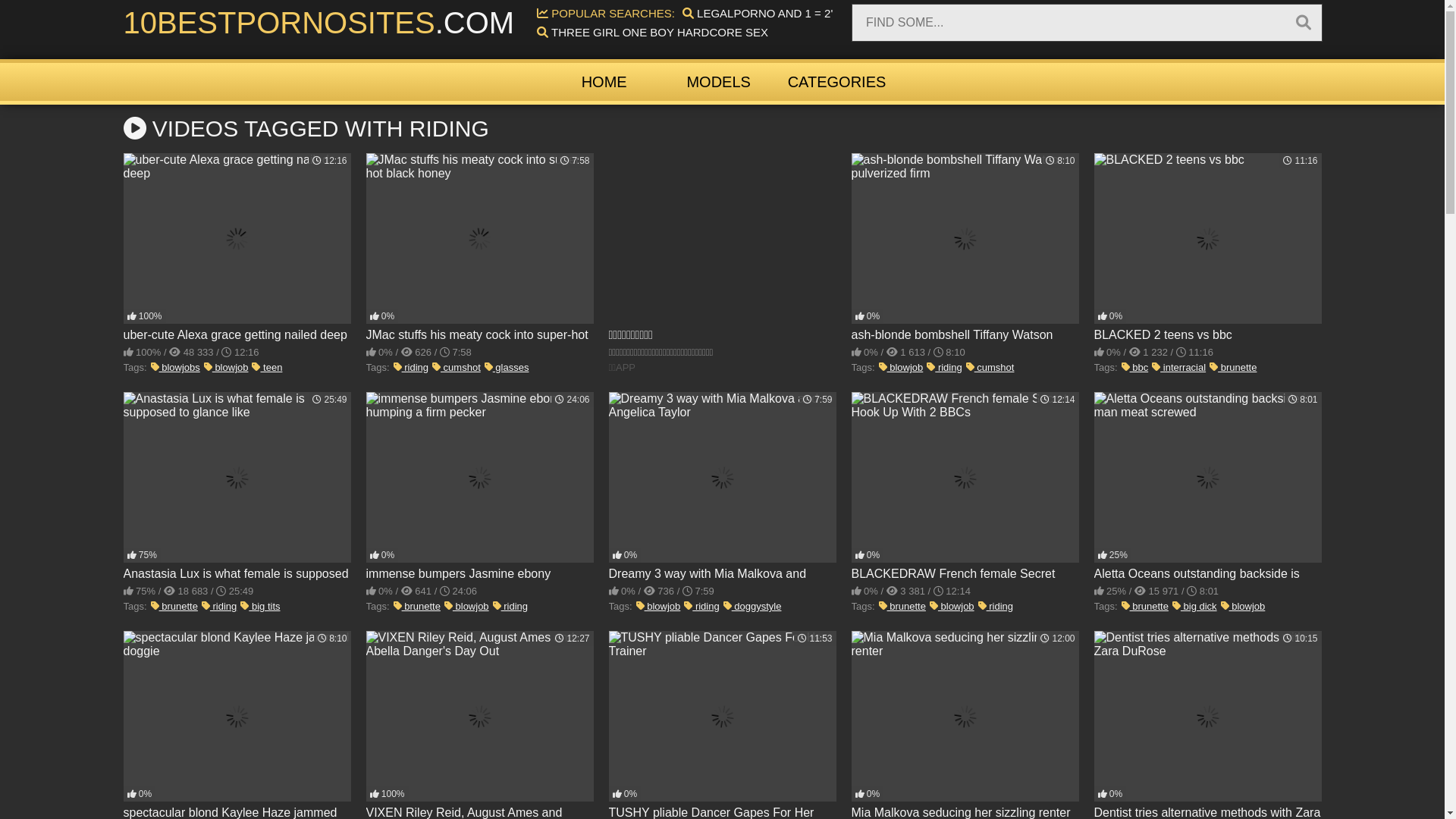  I want to click on 'BLACKEDRAW French female Secret Hook Up With 2 BBCs', so click(964, 486).